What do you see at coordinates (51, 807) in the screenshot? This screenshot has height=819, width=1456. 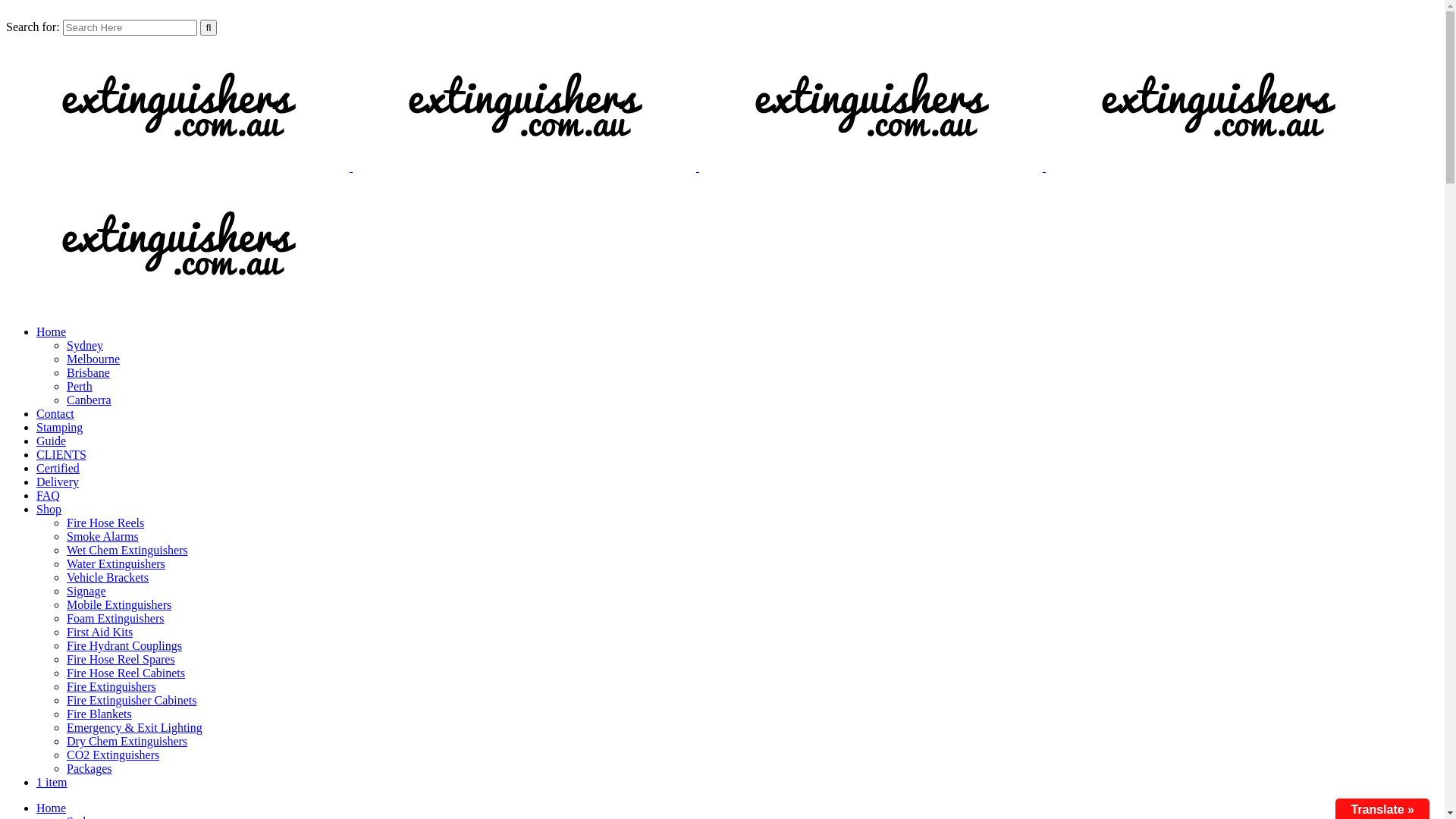 I see `'Home'` at bounding box center [51, 807].